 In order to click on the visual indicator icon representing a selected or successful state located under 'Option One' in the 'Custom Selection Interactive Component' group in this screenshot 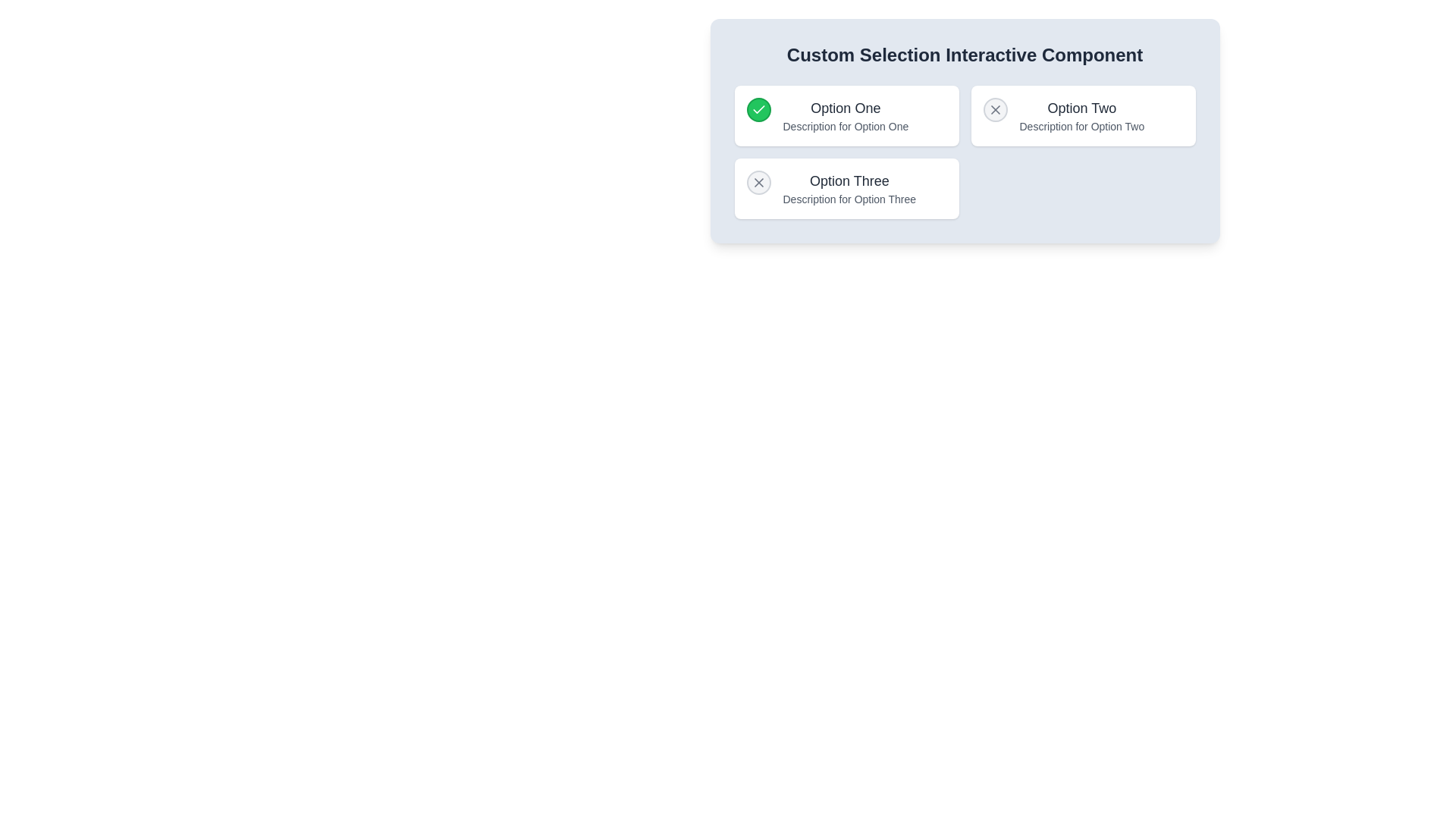, I will do `click(758, 108)`.